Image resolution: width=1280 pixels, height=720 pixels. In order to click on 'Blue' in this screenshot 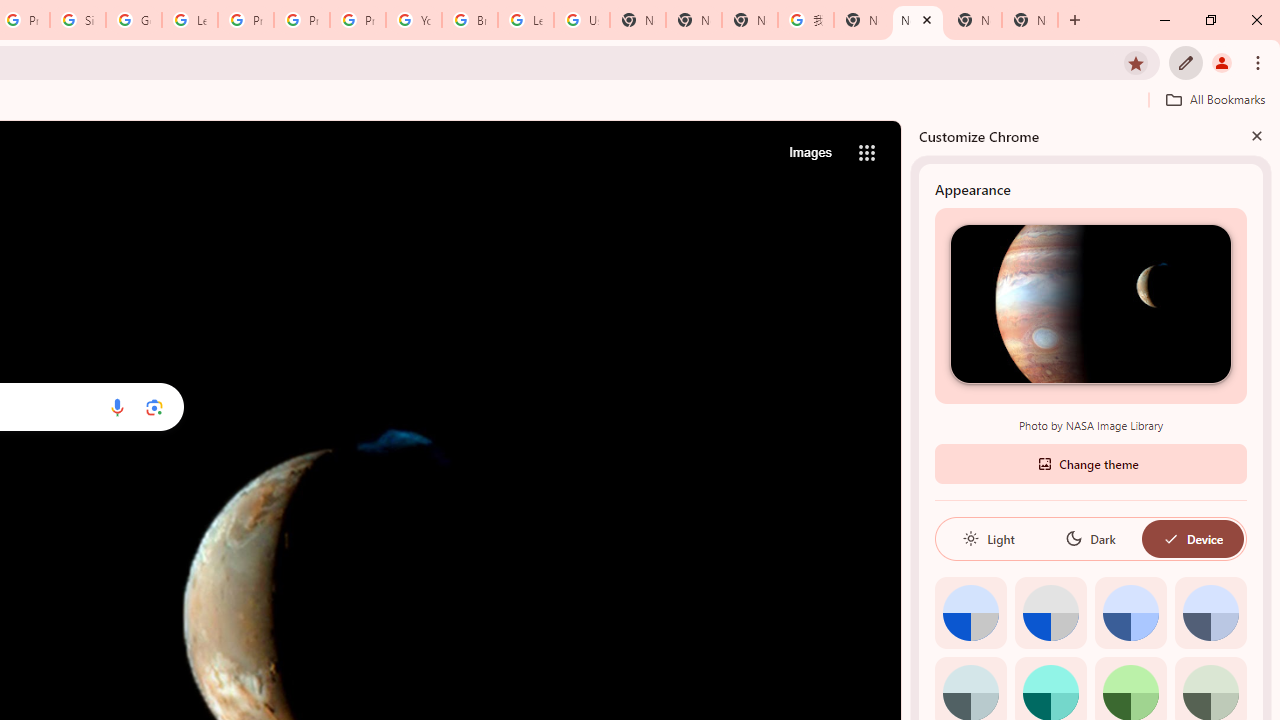, I will do `click(1130, 611)`.